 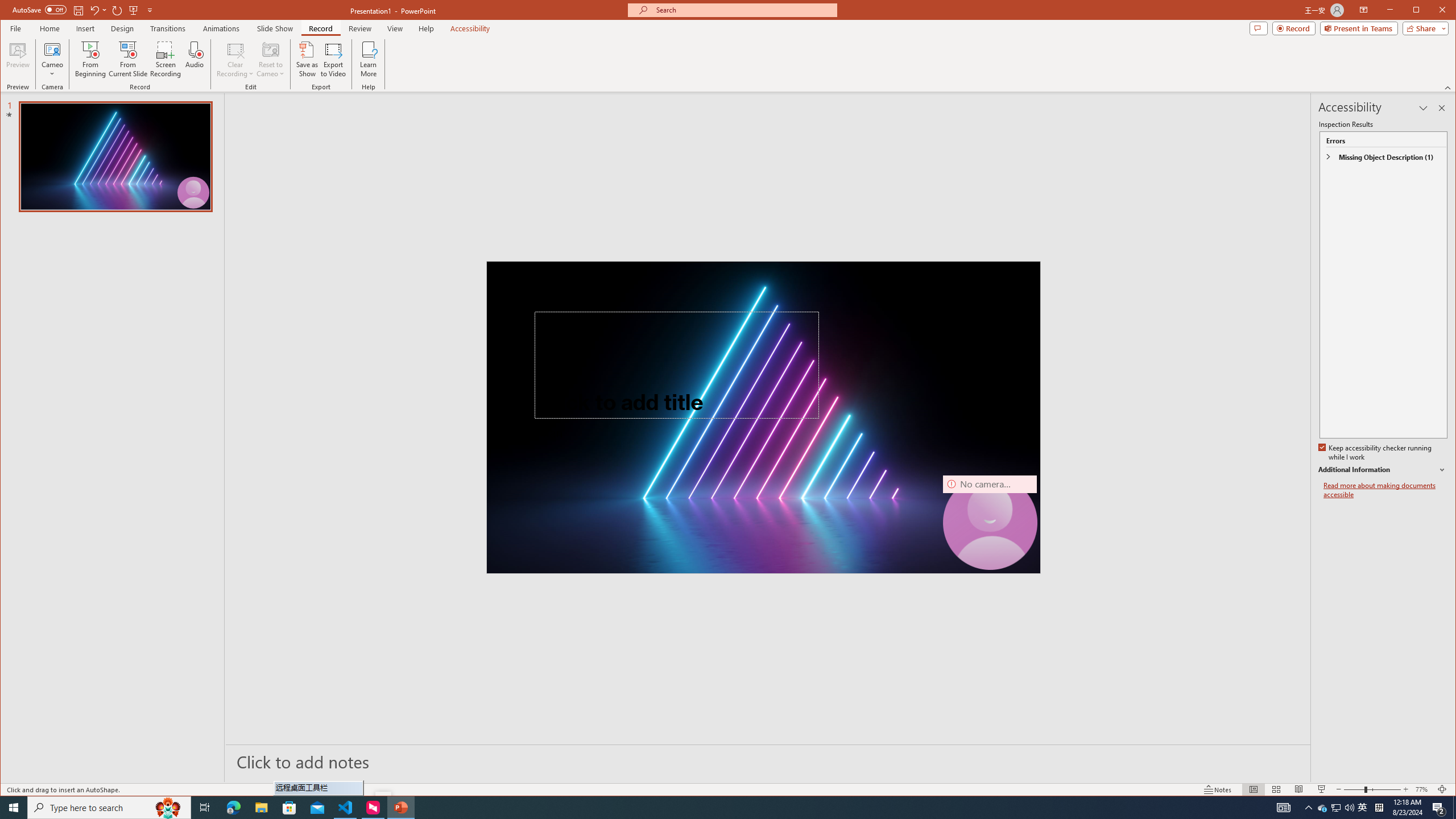 What do you see at coordinates (1423, 789) in the screenshot?
I see `'Zoom 77%'` at bounding box center [1423, 789].